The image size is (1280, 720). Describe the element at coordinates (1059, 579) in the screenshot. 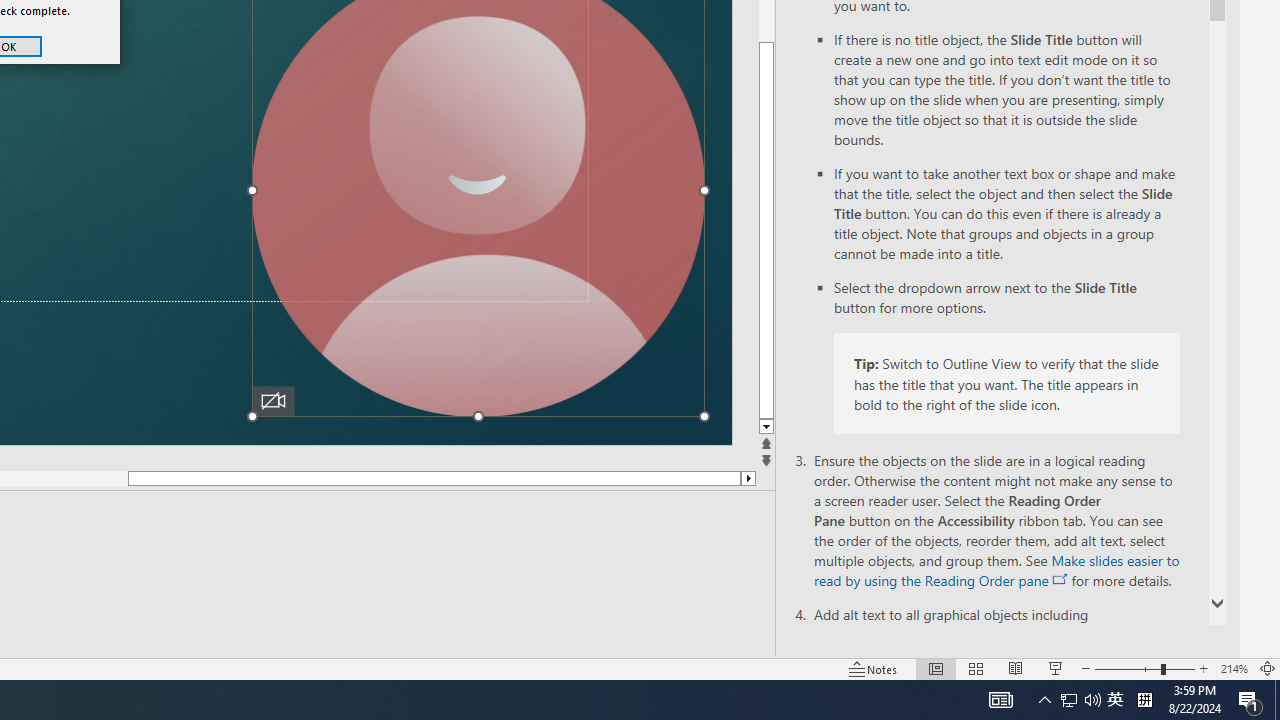

I see `'openinnewwindow'` at that location.